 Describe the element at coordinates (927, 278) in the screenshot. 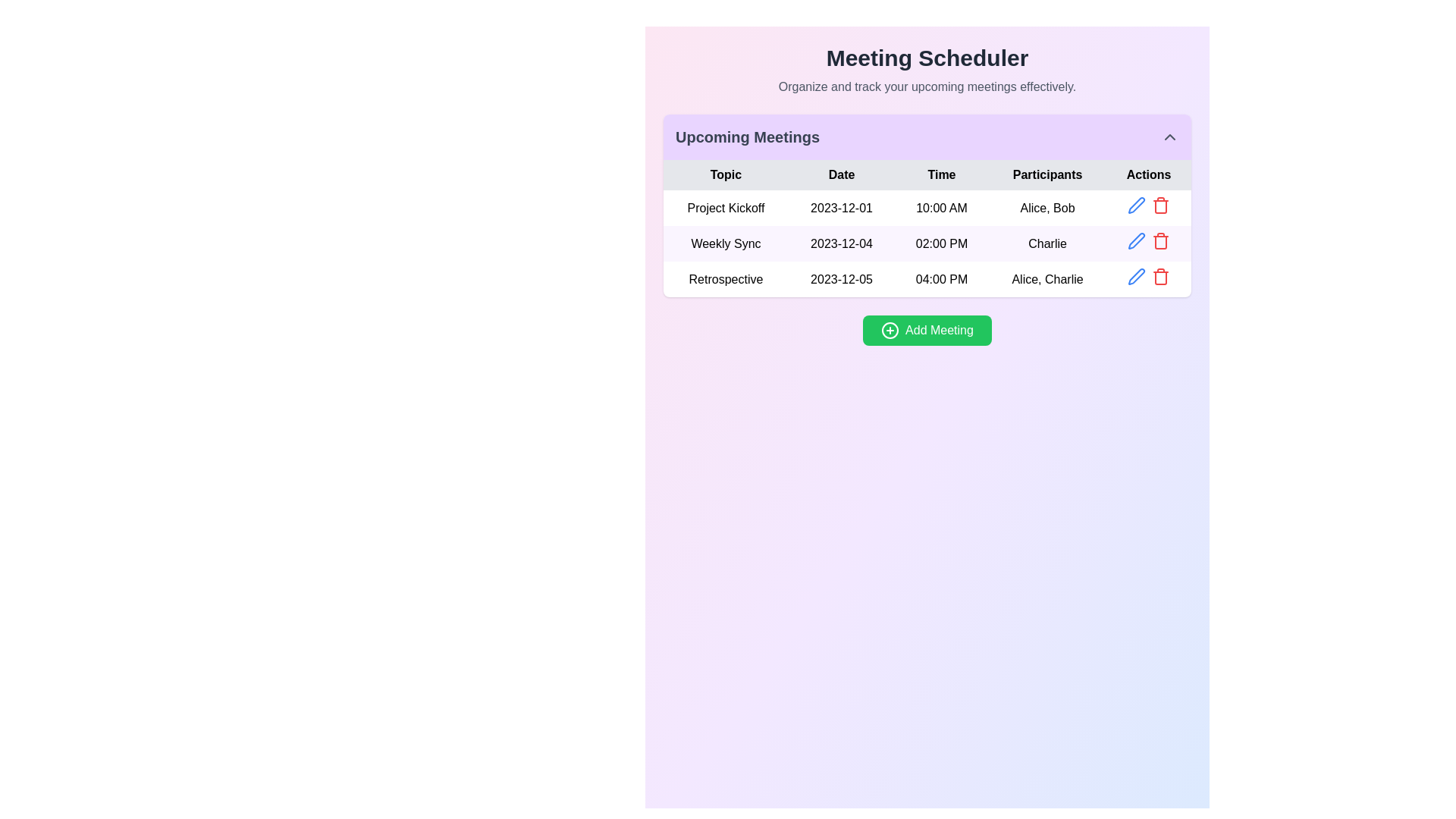

I see `to select the third row of the 'Upcoming Meetings' table, which contains the columns 'Retrospective', '2023-12-05', '04:00 PM', and 'Alice, Charlie', along with interactive icons for editing and deleting` at that location.